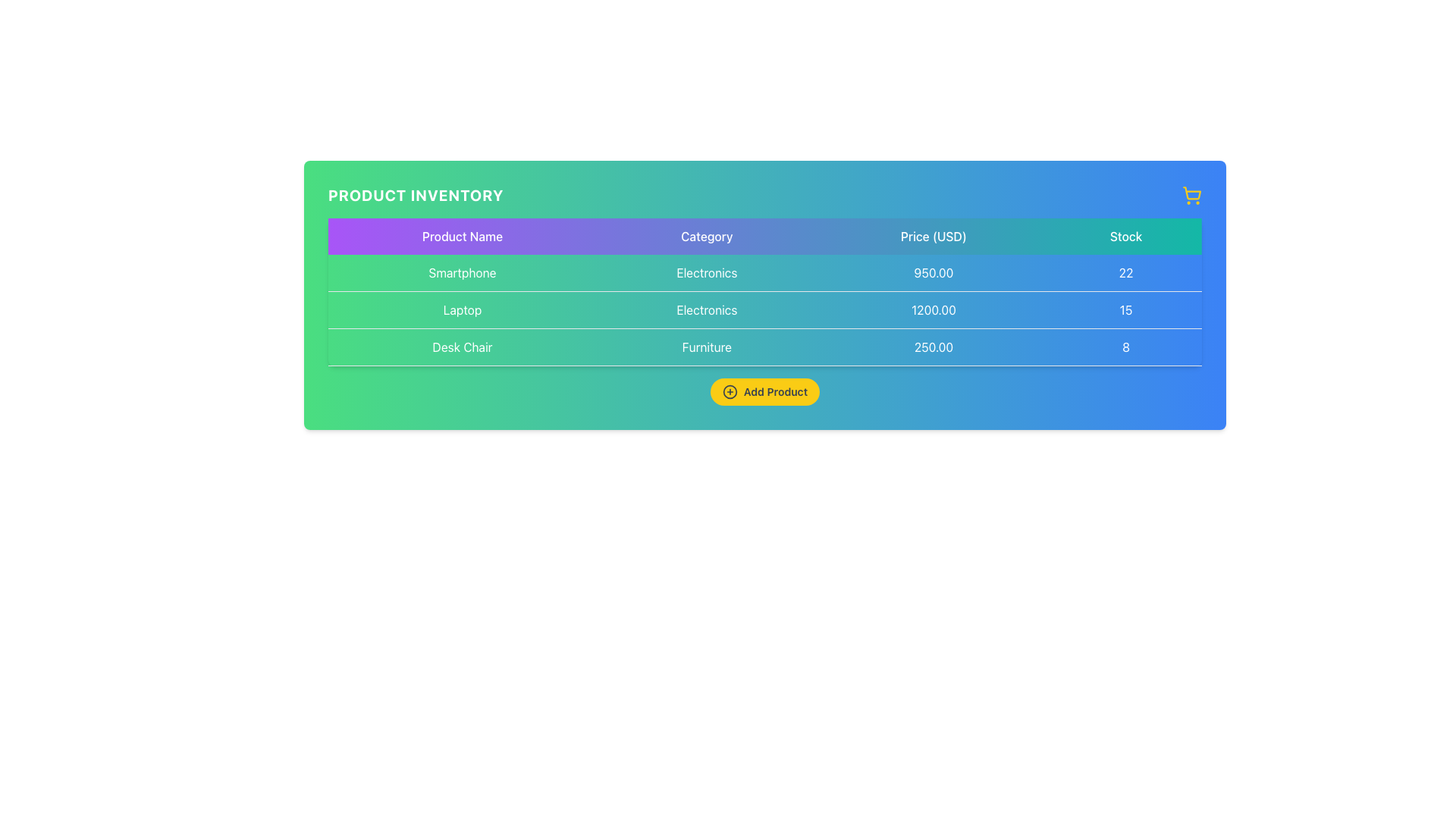 This screenshot has height=819, width=1456. What do you see at coordinates (706, 347) in the screenshot?
I see `the static text label displaying 'Furniture', which is the second cell in the row labeled 'Desk Chair' within the 'Category' column of the table` at bounding box center [706, 347].